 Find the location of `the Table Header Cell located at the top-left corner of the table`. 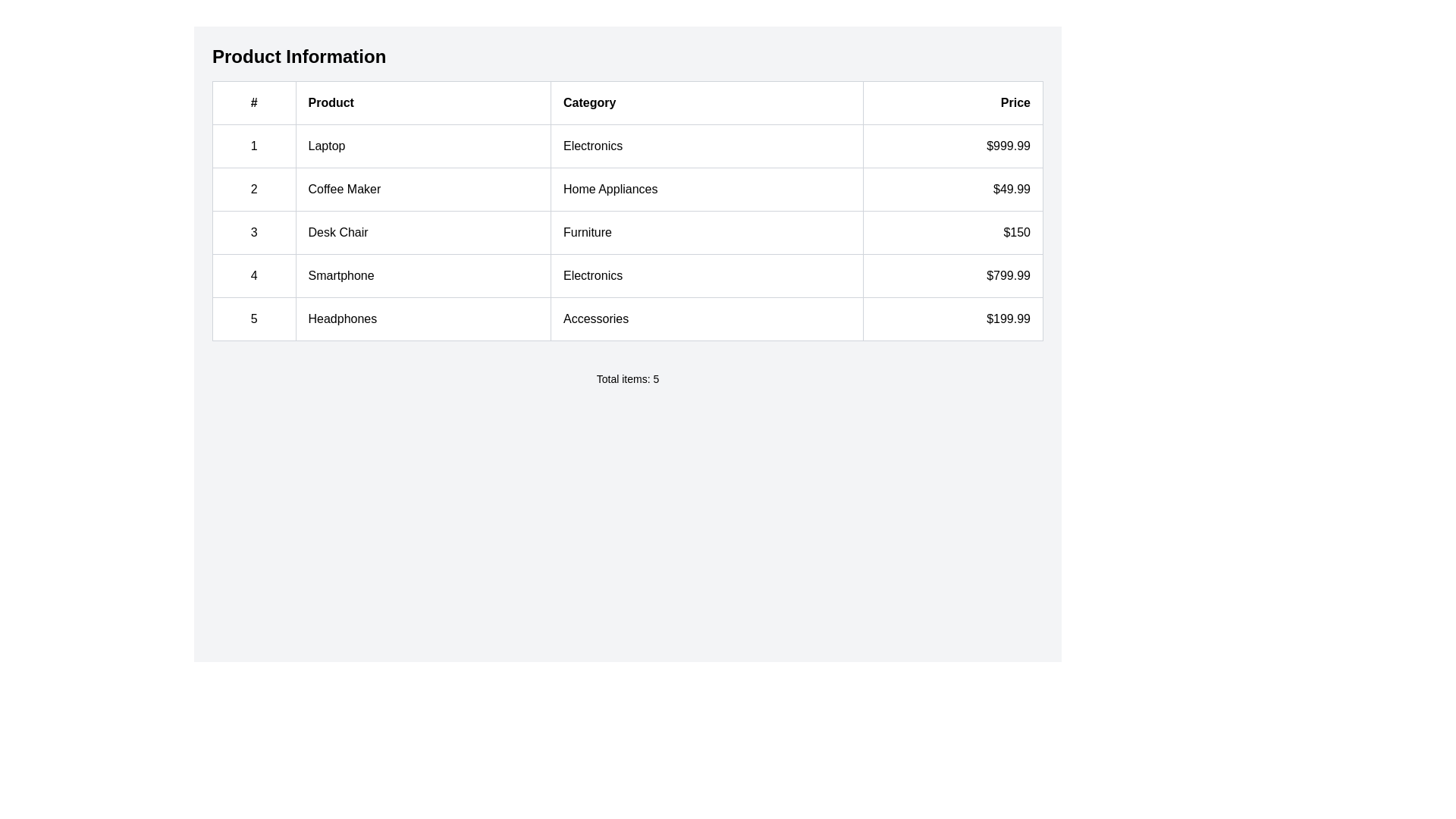

the Table Header Cell located at the top-left corner of the table is located at coordinates (254, 102).